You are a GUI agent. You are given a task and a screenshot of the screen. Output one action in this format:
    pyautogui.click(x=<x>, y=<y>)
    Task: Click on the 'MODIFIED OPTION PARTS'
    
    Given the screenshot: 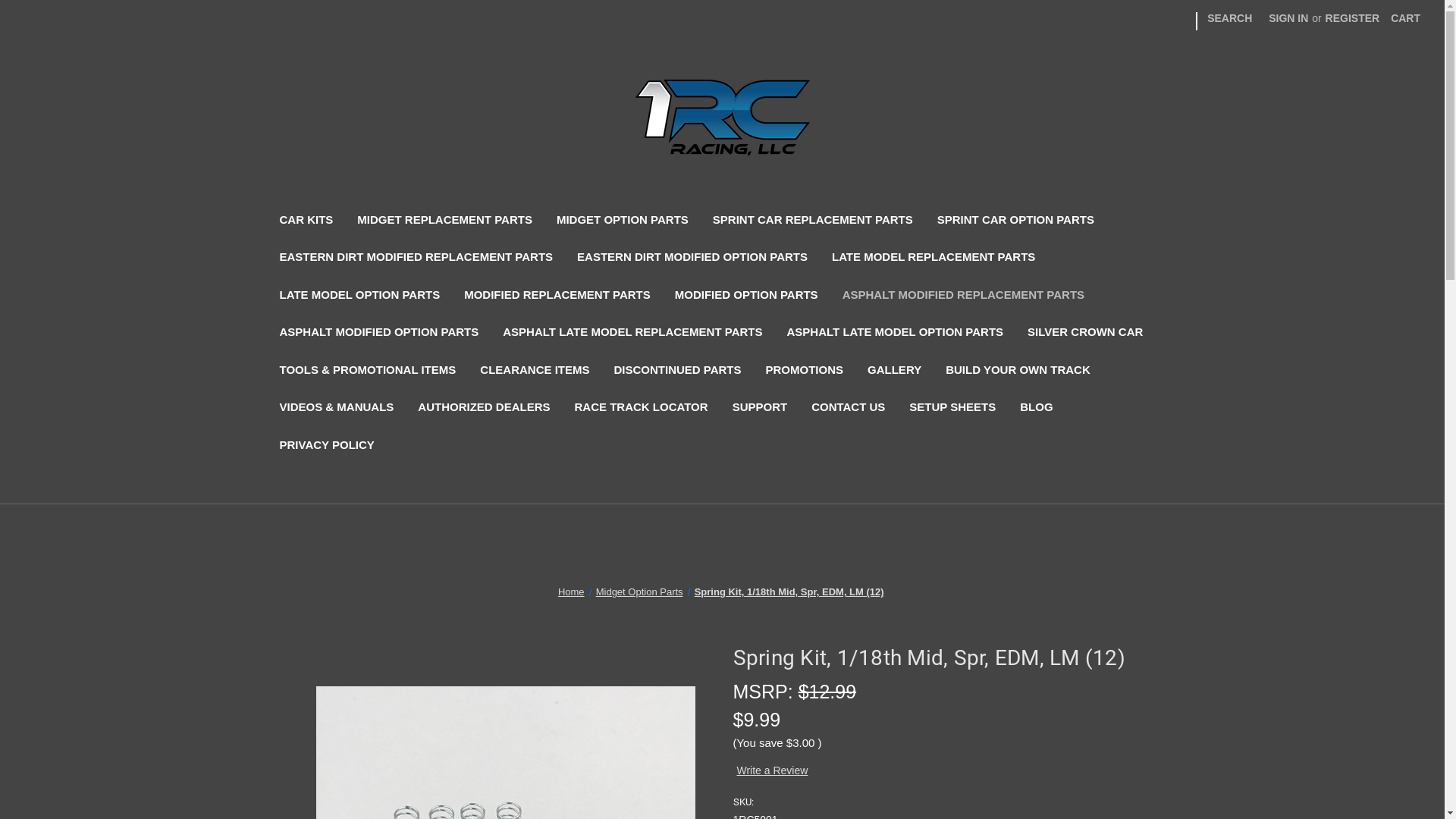 What is the action you would take?
    pyautogui.click(x=746, y=297)
    